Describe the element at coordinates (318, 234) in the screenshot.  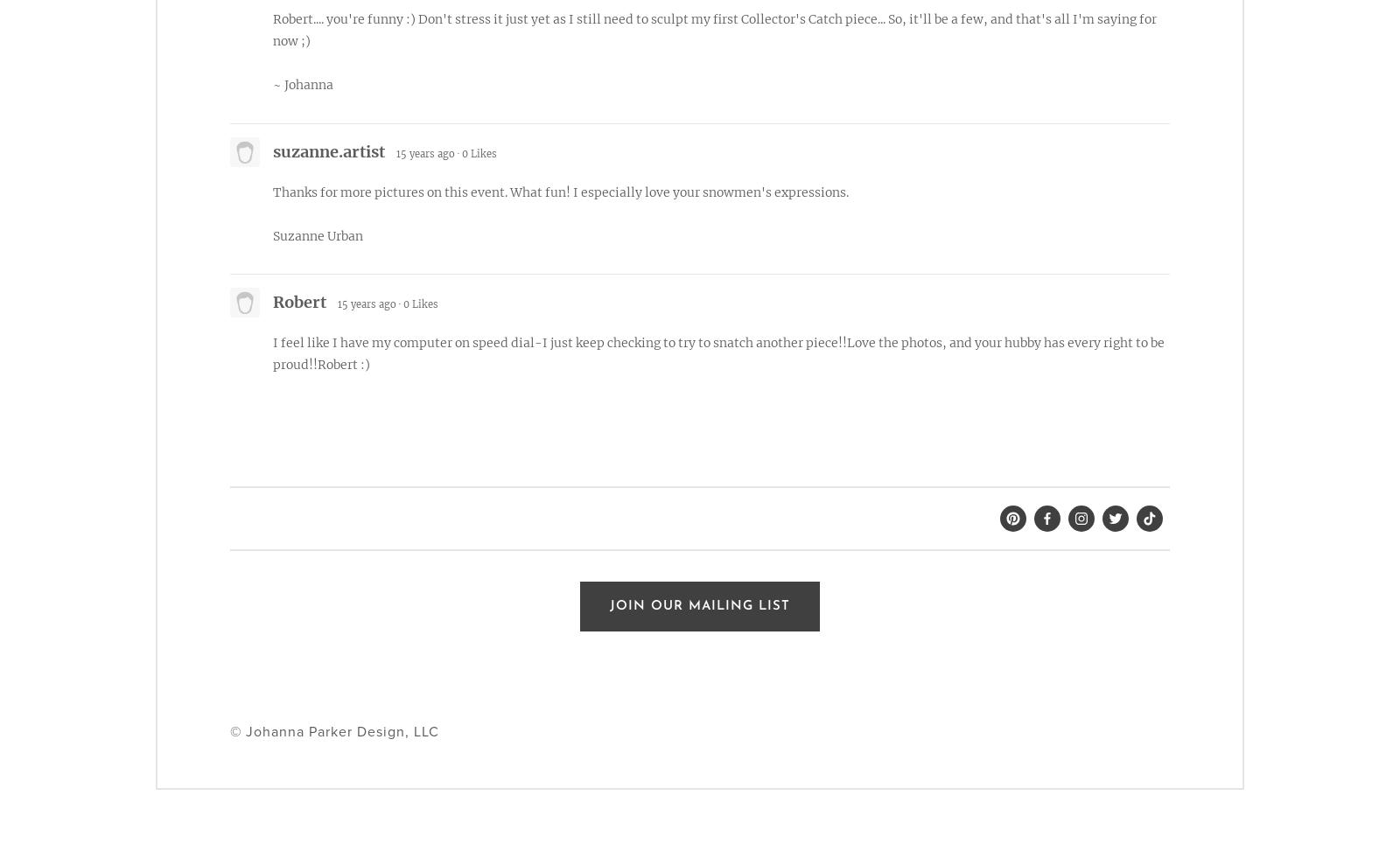
I see `'Suzanne Urban'` at that location.